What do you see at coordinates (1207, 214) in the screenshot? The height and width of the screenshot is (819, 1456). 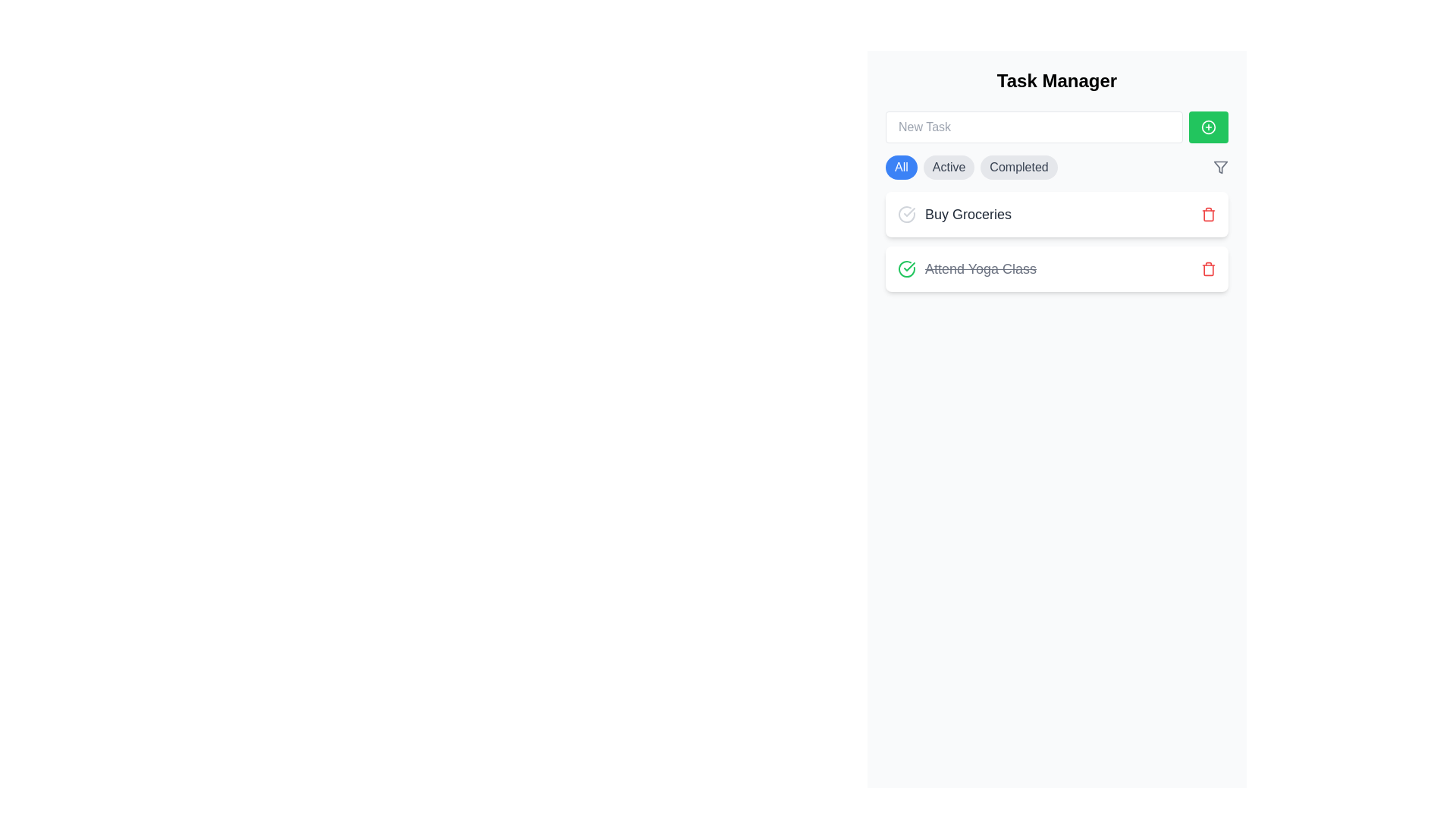 I see `the red-colored trash icon button located on the right side of the 'Buy Groceries' task box` at bounding box center [1207, 214].